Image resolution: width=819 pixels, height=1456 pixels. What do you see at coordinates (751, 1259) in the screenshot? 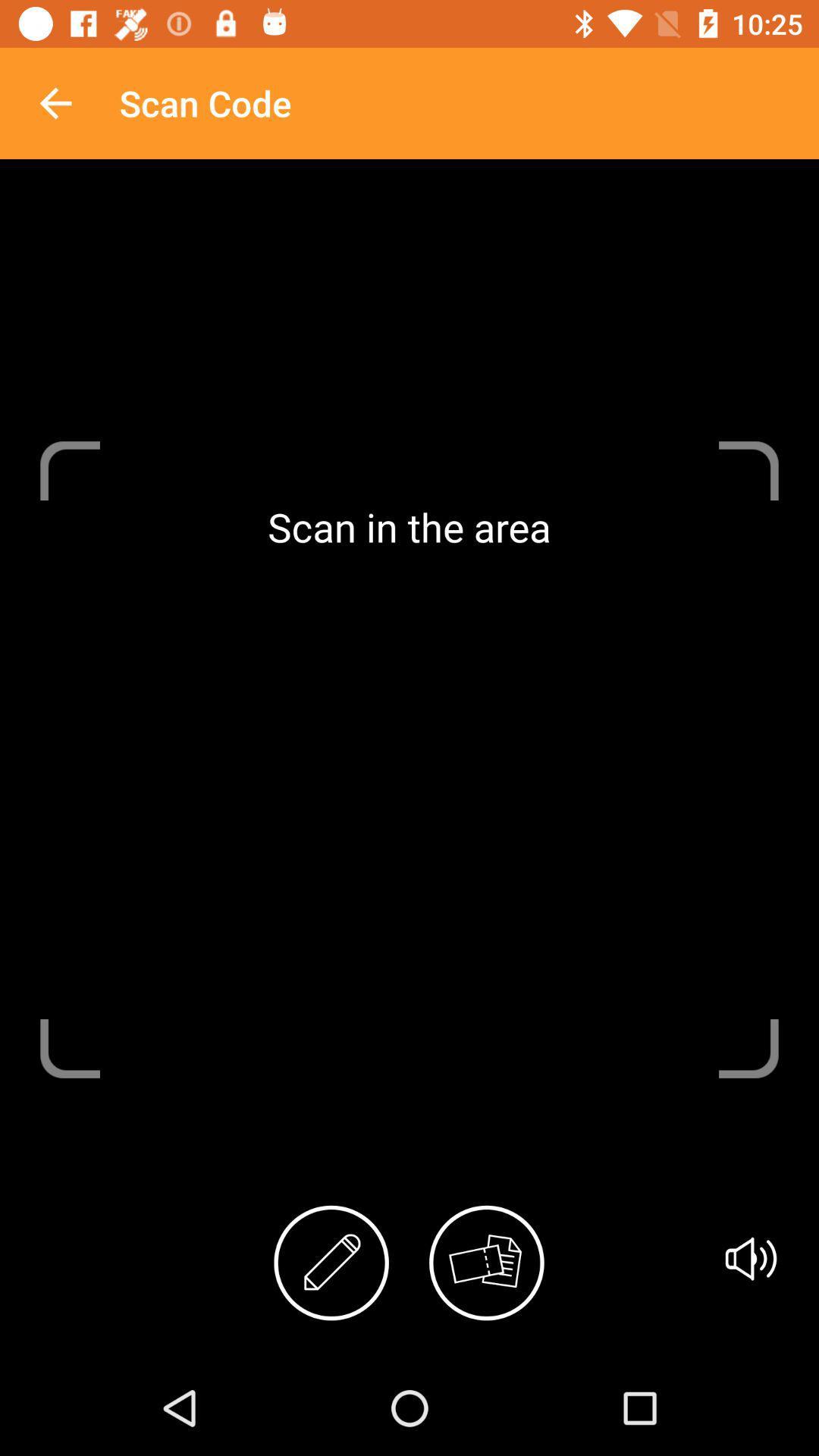
I see `item below the scan in the icon` at bounding box center [751, 1259].